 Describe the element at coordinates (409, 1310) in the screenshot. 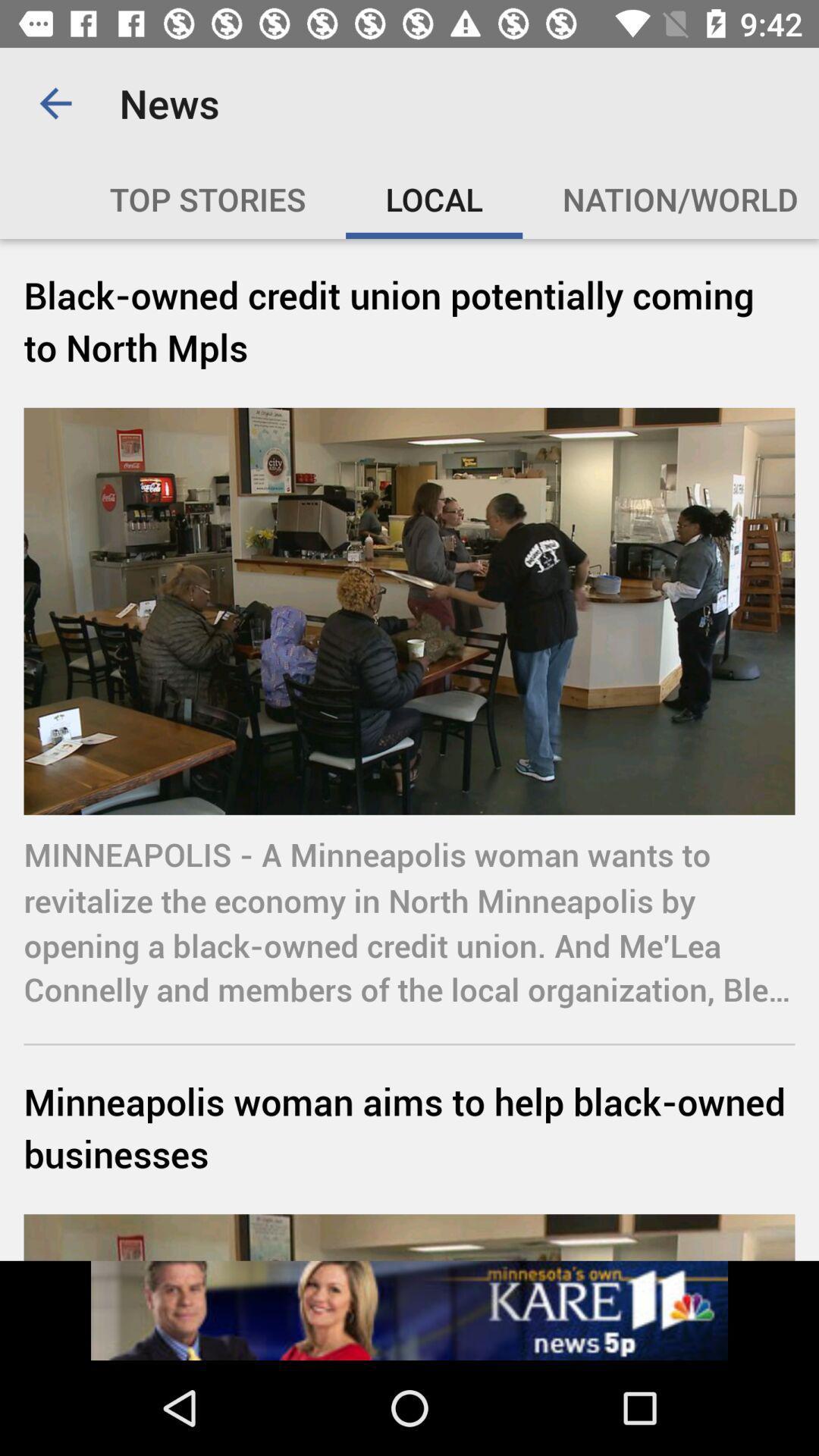

I see `open advertisement` at that location.